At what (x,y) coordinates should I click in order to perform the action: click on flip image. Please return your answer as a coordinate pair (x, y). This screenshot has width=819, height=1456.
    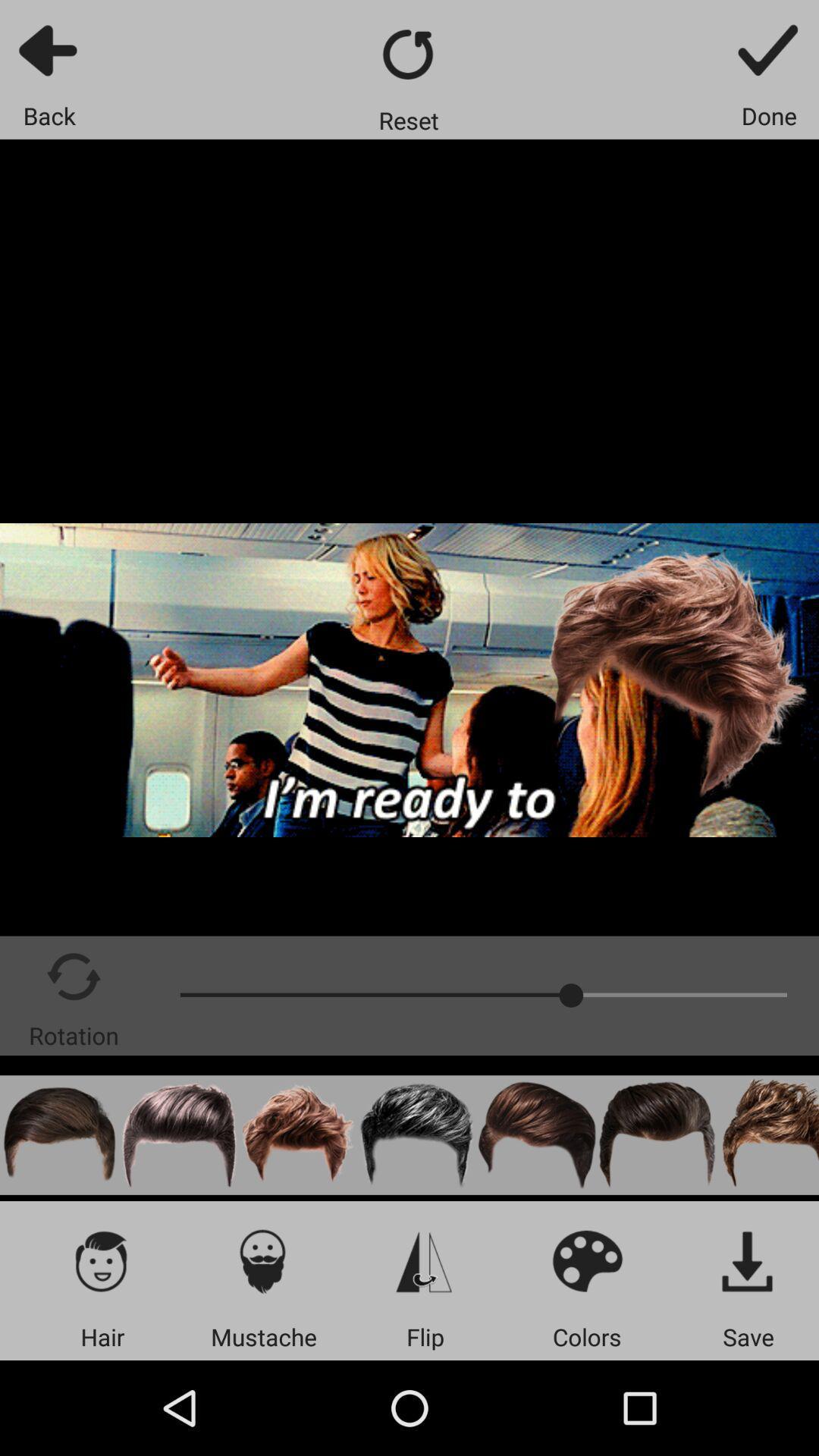
    Looking at the image, I should click on (425, 1260).